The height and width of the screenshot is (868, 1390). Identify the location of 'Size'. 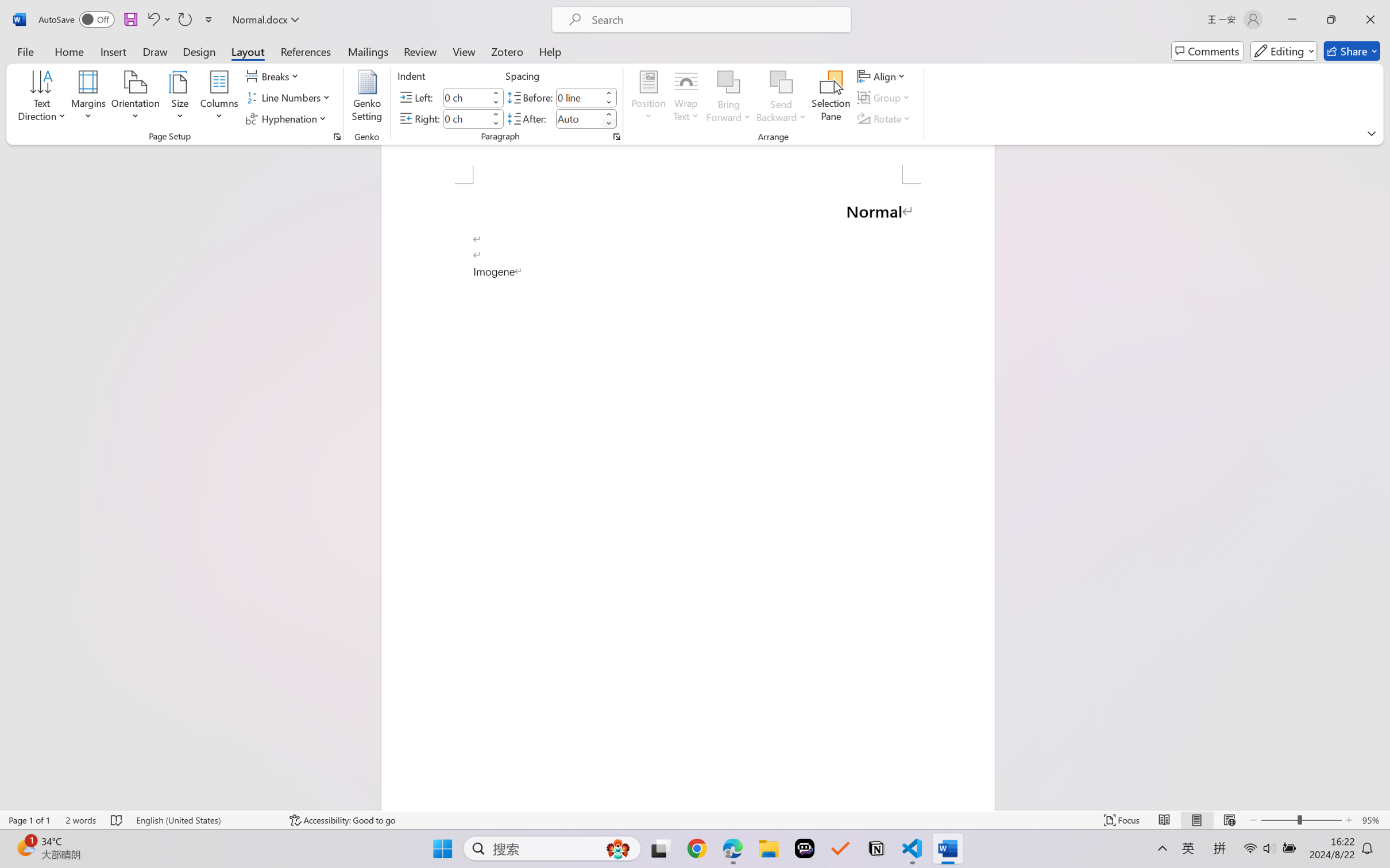
(180, 98).